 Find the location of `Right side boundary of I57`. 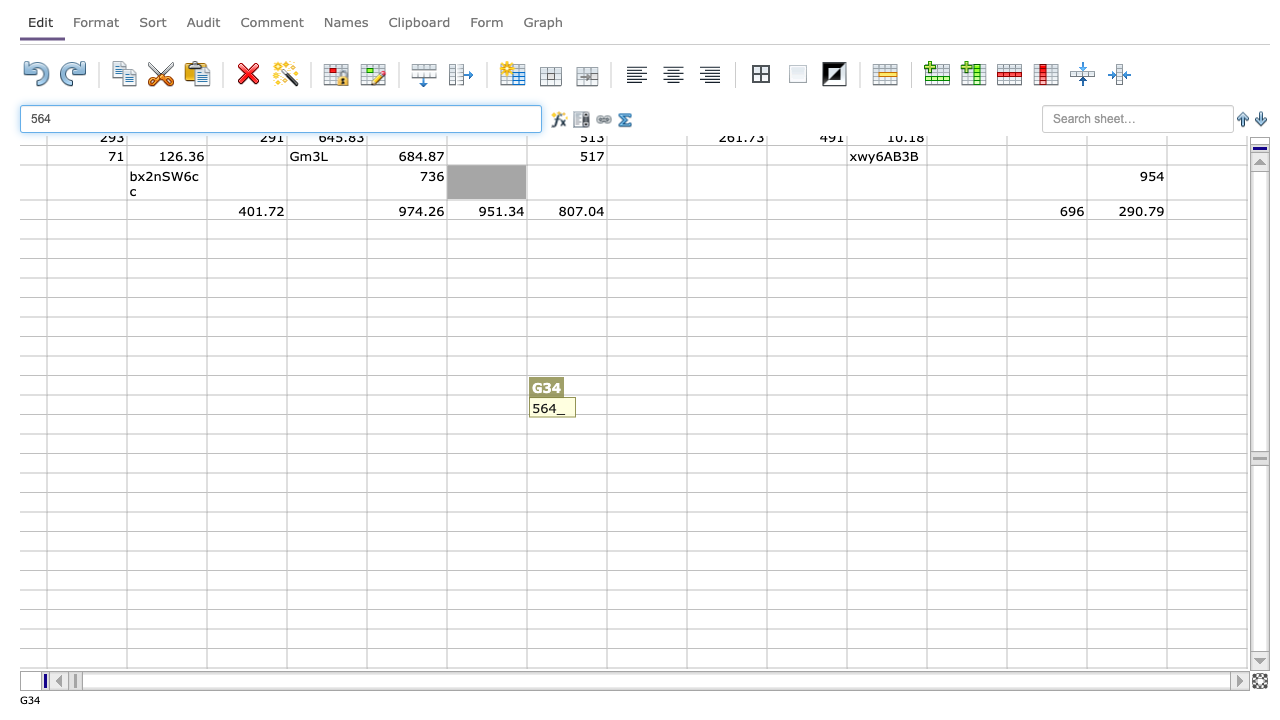

Right side boundary of I57 is located at coordinates (686, 638).